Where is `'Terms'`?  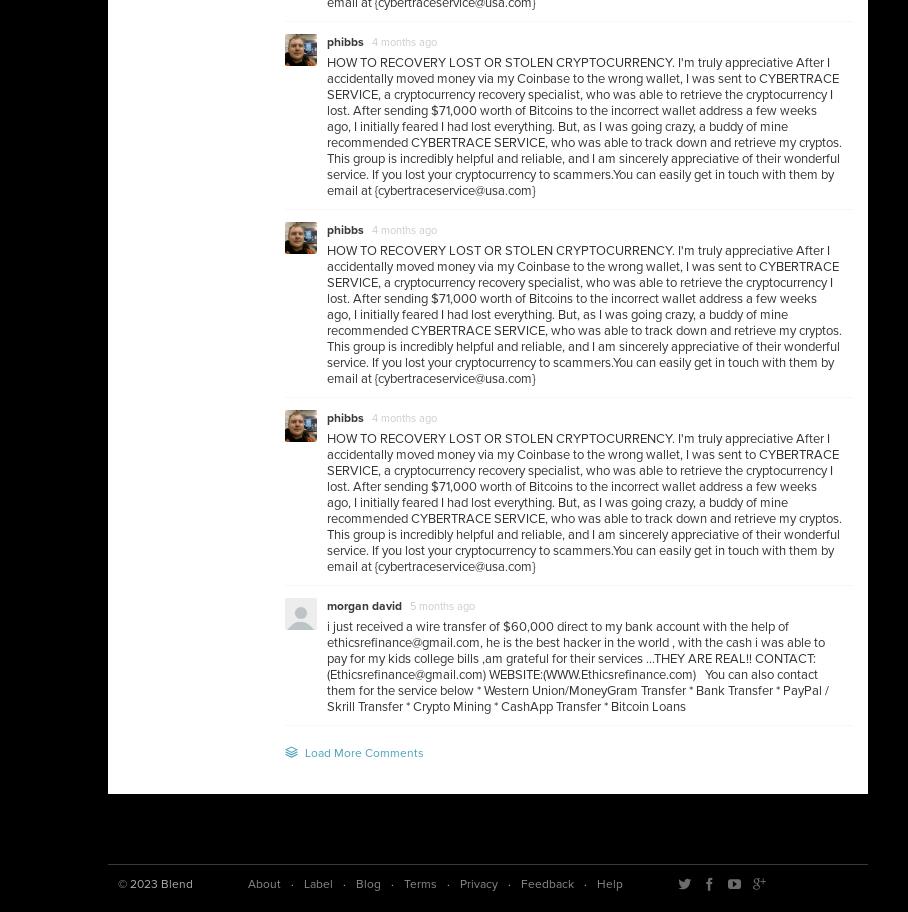 'Terms' is located at coordinates (420, 883).